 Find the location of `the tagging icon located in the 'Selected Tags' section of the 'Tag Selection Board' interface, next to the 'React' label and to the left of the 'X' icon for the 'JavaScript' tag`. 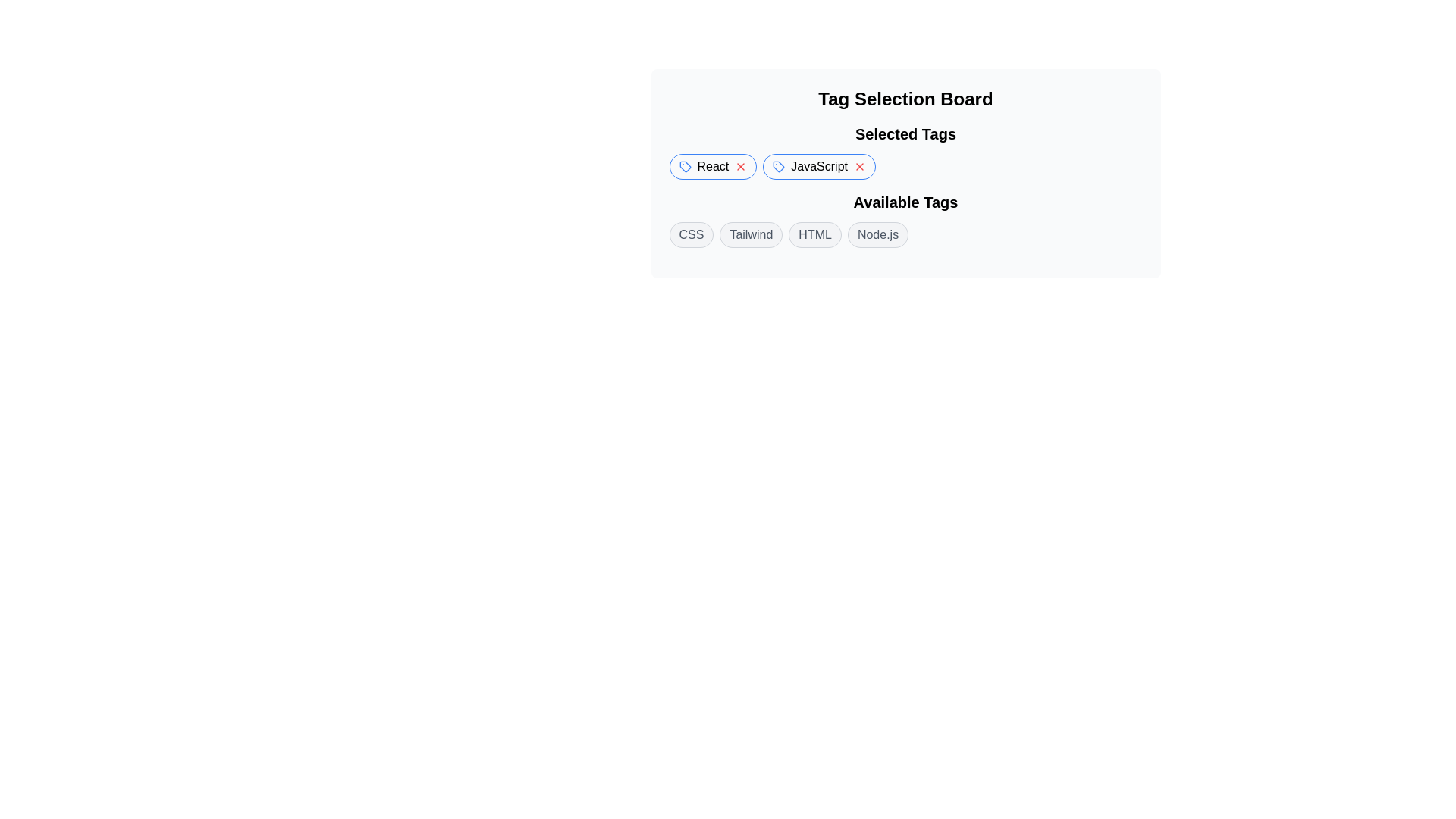

the tagging icon located in the 'Selected Tags' section of the 'Tag Selection Board' interface, next to the 'React' label and to the left of the 'X' icon for the 'JavaScript' tag is located at coordinates (779, 166).